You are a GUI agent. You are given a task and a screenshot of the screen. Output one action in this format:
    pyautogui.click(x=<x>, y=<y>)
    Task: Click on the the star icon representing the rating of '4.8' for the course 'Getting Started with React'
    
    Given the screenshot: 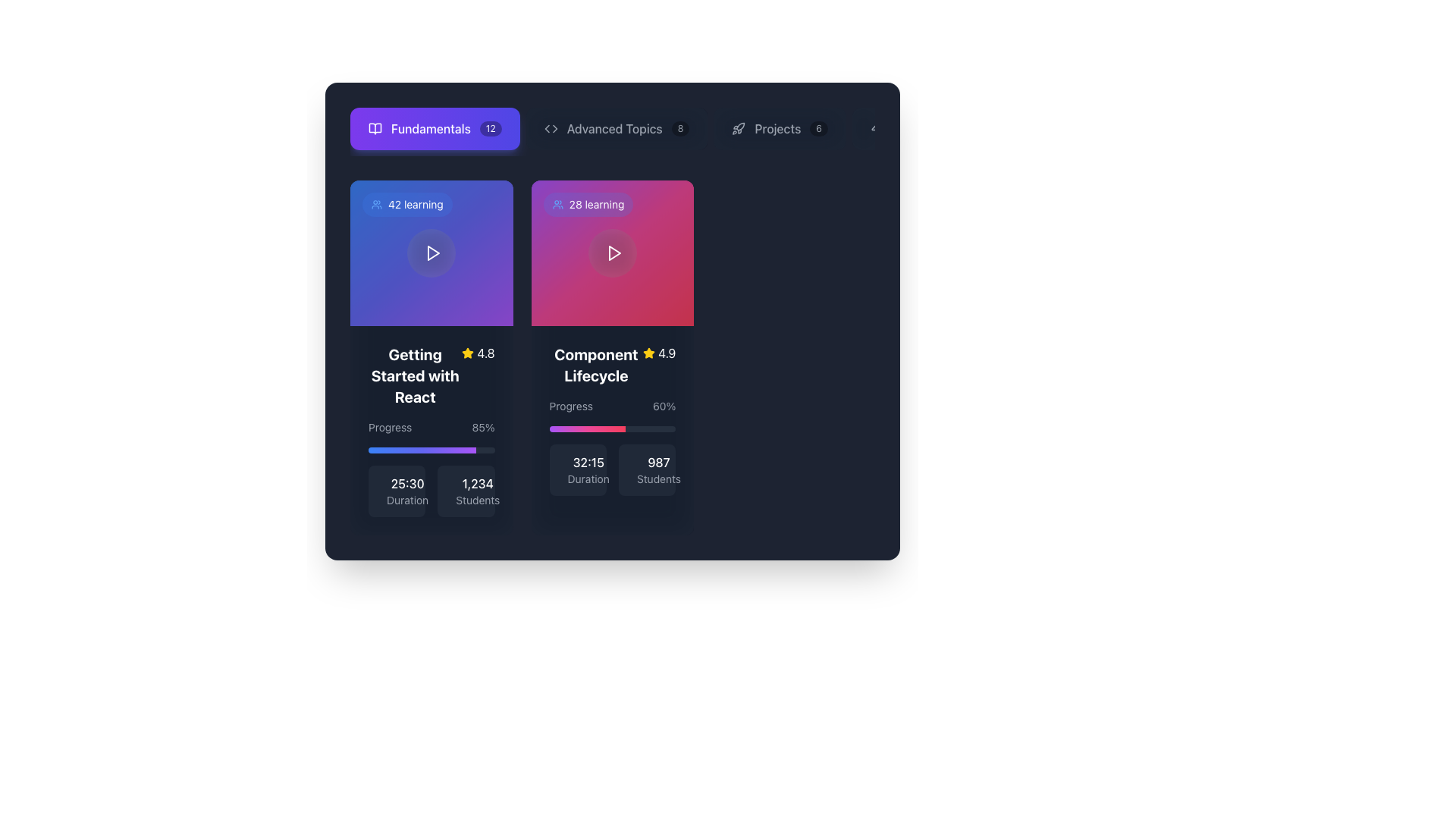 What is the action you would take?
    pyautogui.click(x=467, y=353)
    